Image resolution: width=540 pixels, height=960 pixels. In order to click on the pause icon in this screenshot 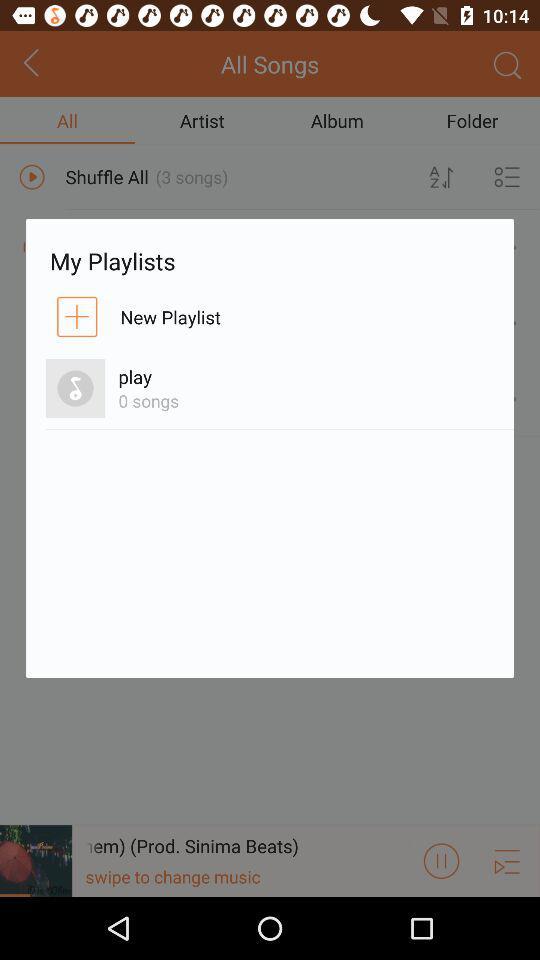, I will do `click(441, 921)`.